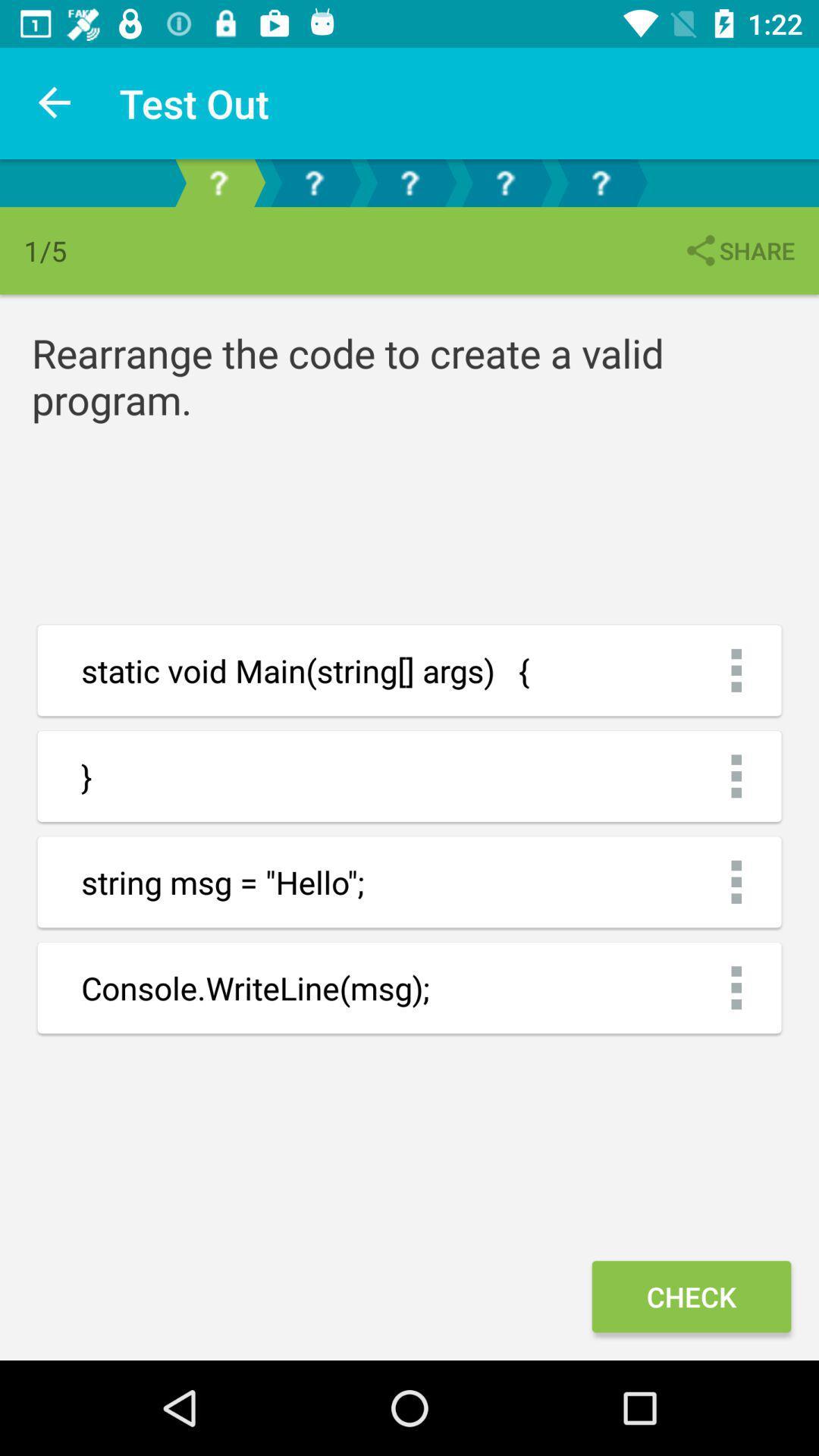 This screenshot has width=819, height=1456. What do you see at coordinates (55, 102) in the screenshot?
I see `item to the left of test out` at bounding box center [55, 102].